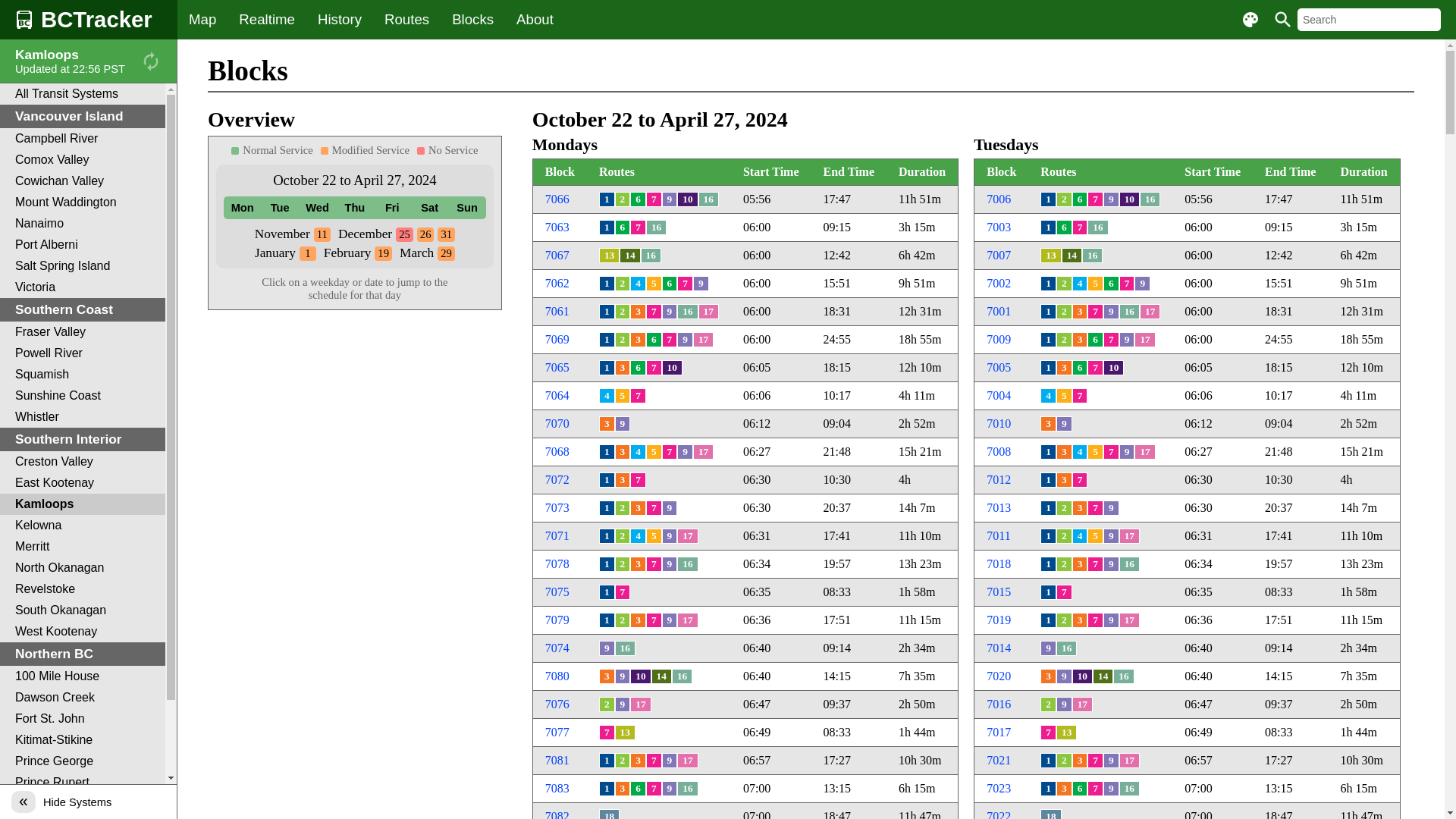 Image resolution: width=1456 pixels, height=819 pixels. I want to click on '6', so click(1079, 788).